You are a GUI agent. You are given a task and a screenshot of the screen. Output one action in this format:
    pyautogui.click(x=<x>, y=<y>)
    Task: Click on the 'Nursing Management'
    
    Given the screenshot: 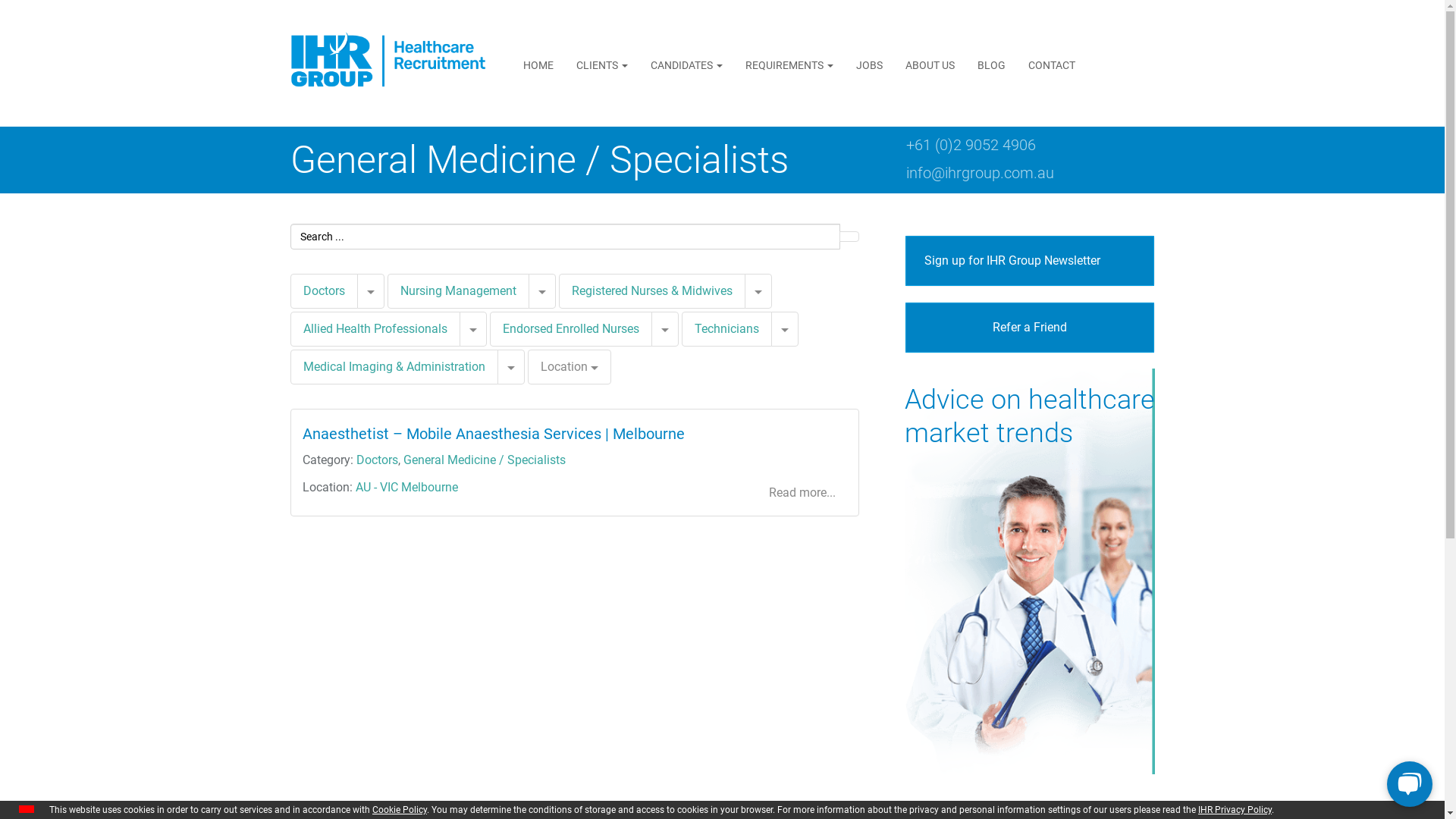 What is the action you would take?
    pyautogui.click(x=400, y=290)
    